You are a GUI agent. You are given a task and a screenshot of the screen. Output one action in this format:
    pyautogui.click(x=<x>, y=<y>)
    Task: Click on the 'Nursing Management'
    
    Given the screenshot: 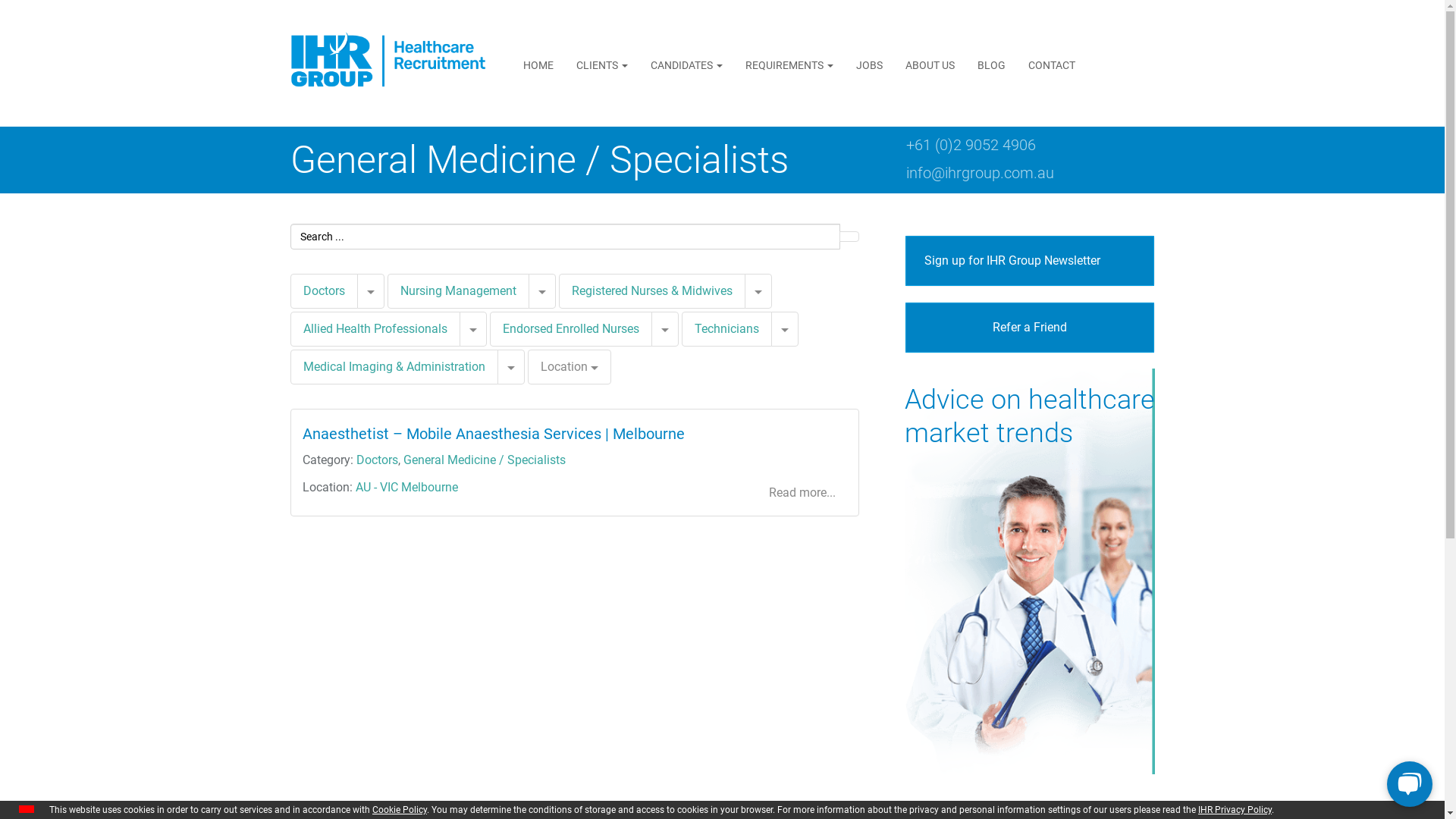 What is the action you would take?
    pyautogui.click(x=400, y=290)
    